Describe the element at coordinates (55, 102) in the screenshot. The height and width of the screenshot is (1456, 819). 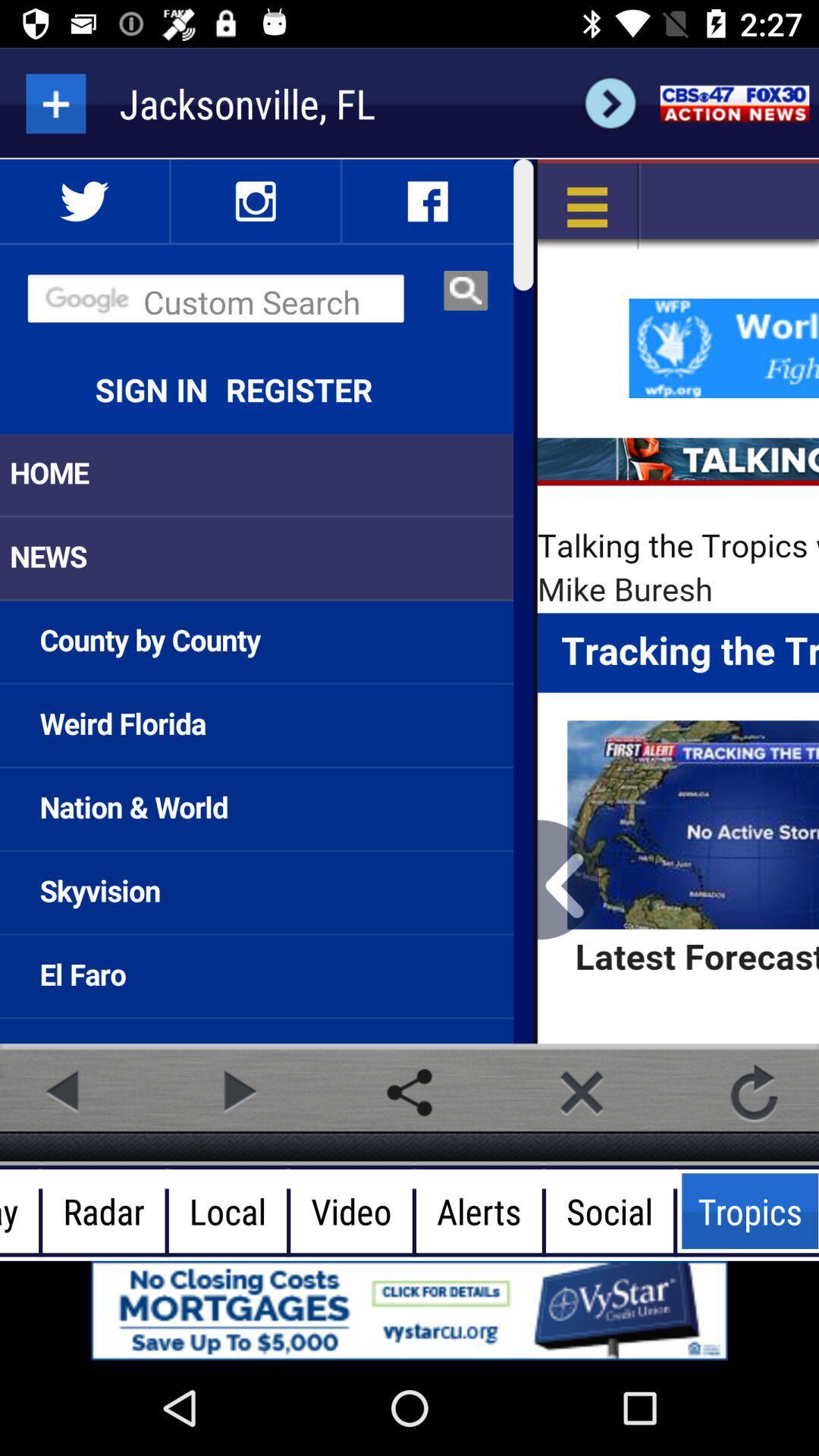
I see `the add icon` at that location.